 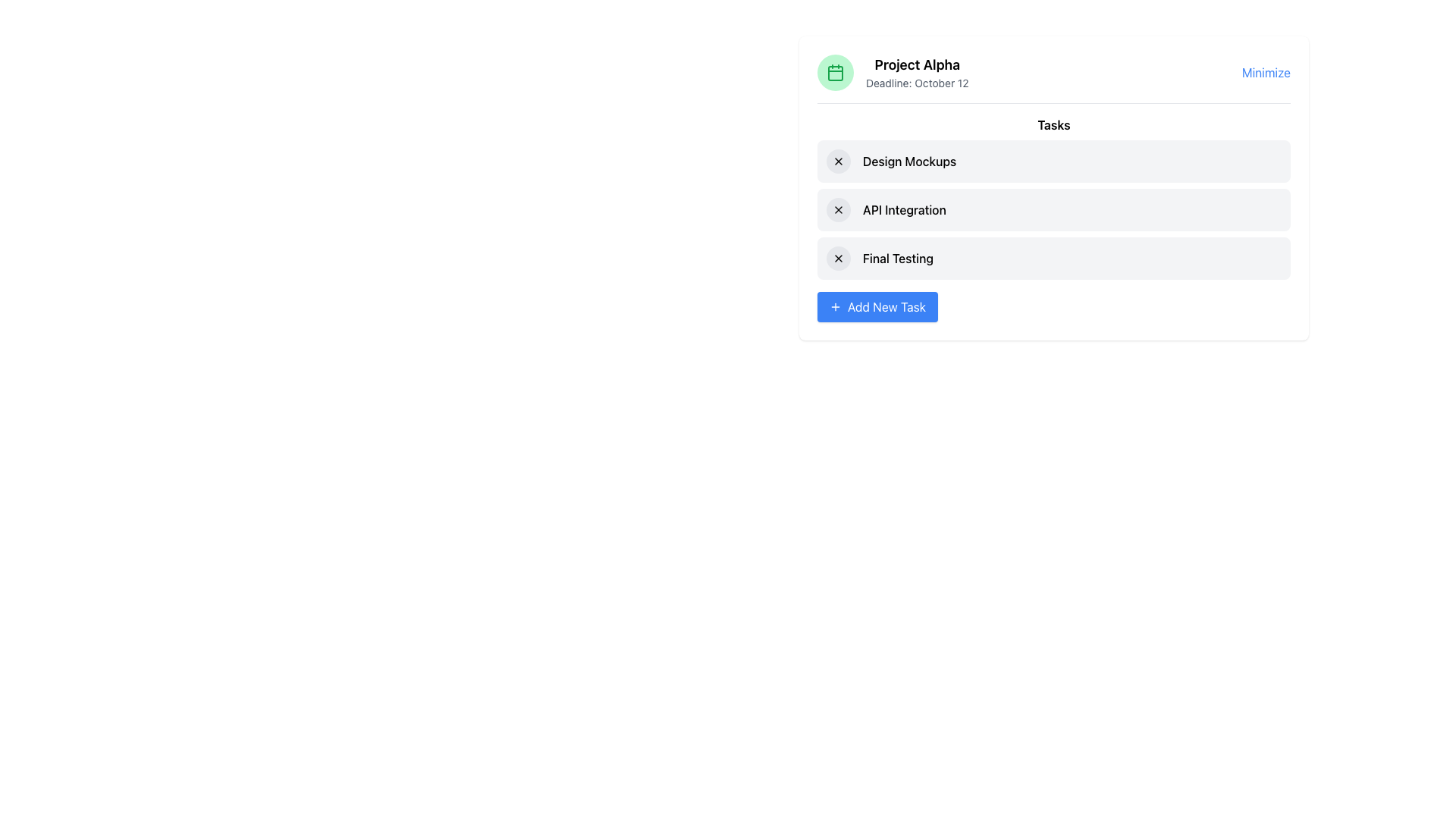 What do you see at coordinates (837, 257) in the screenshot?
I see `the button` at bounding box center [837, 257].